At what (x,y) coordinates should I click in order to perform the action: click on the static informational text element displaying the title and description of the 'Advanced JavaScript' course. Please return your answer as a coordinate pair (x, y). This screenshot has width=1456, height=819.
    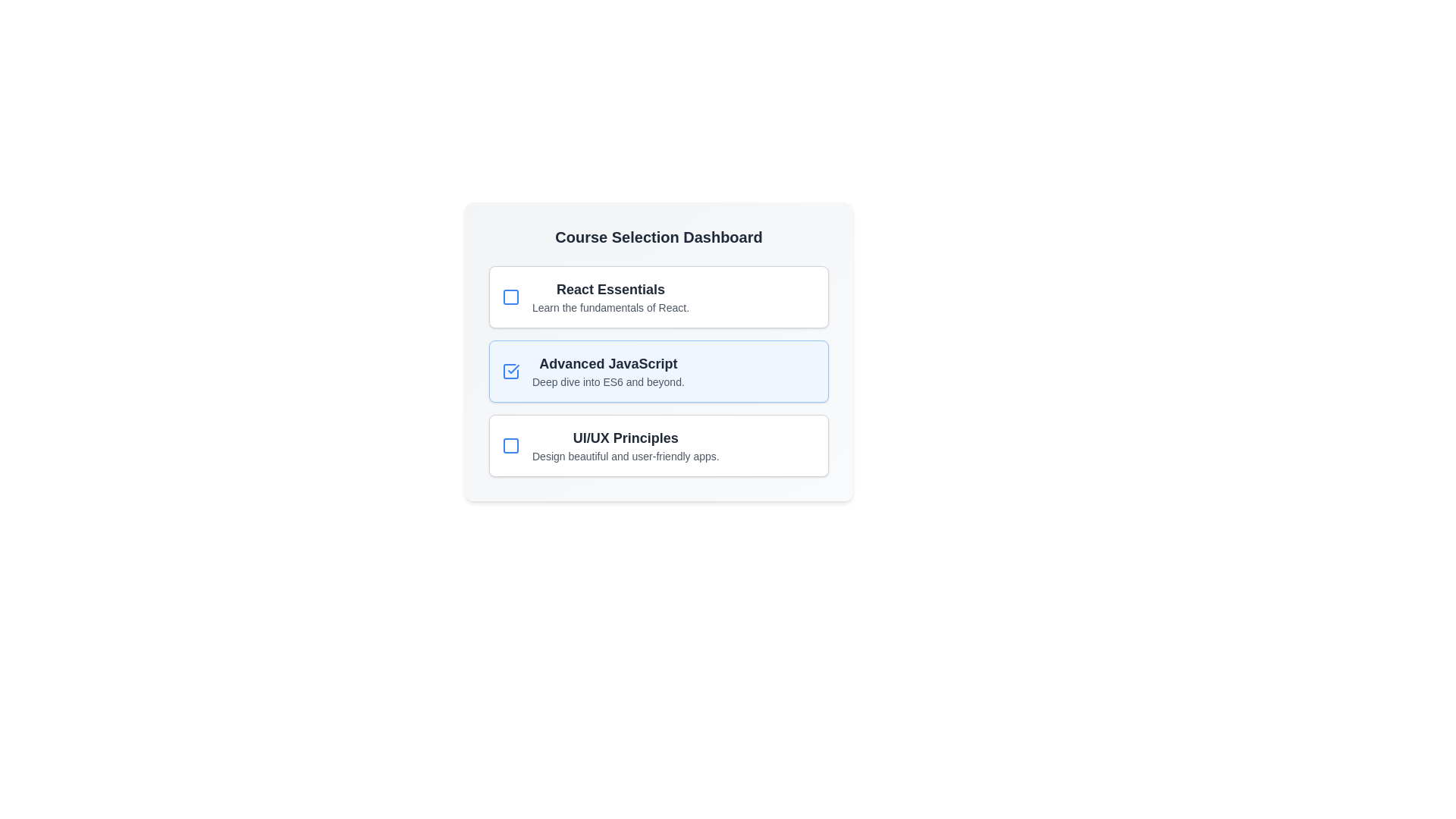
    Looking at the image, I should click on (608, 371).